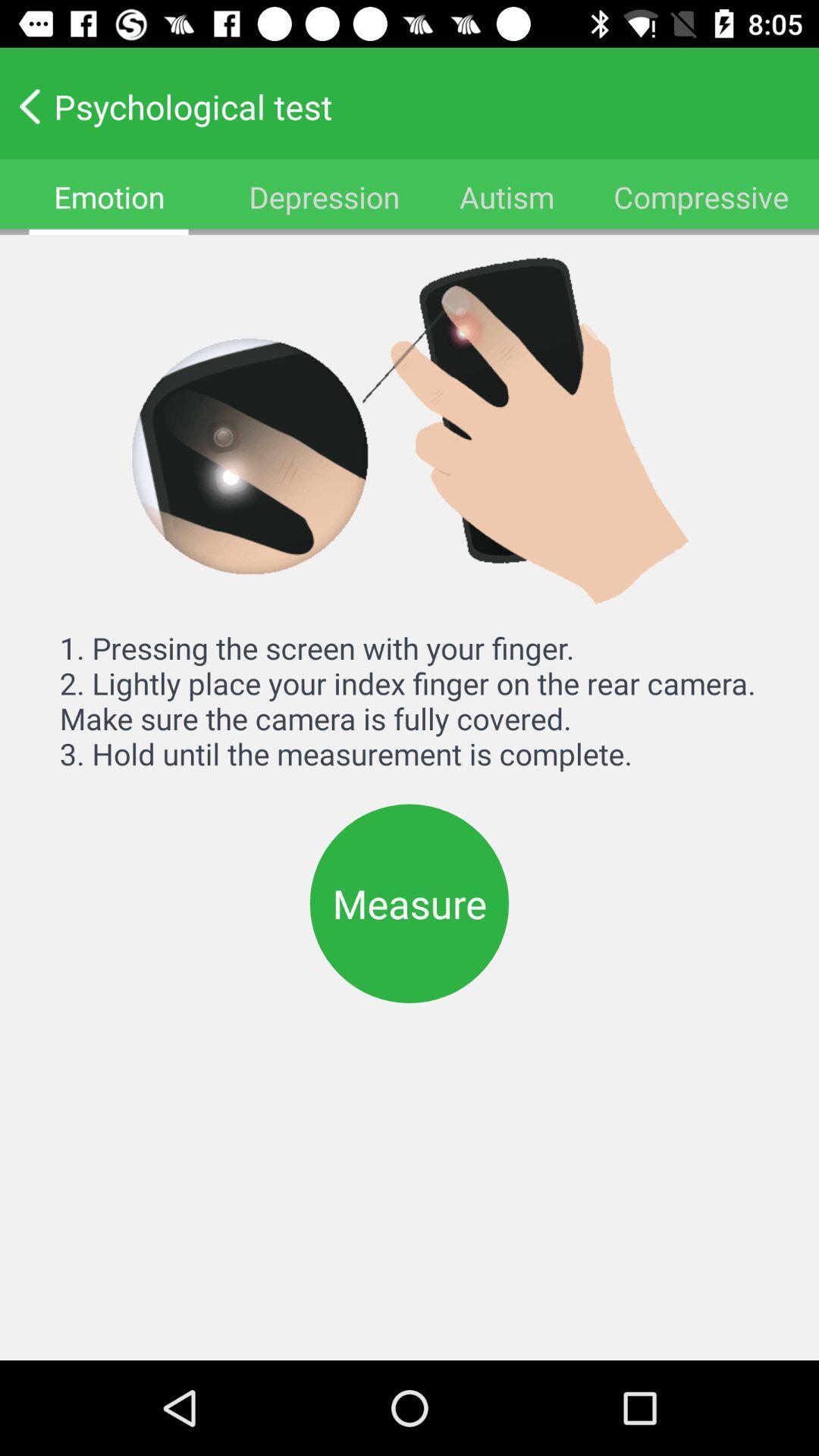 This screenshot has width=819, height=1456. Describe the element at coordinates (507, 196) in the screenshot. I see `the autism icon` at that location.